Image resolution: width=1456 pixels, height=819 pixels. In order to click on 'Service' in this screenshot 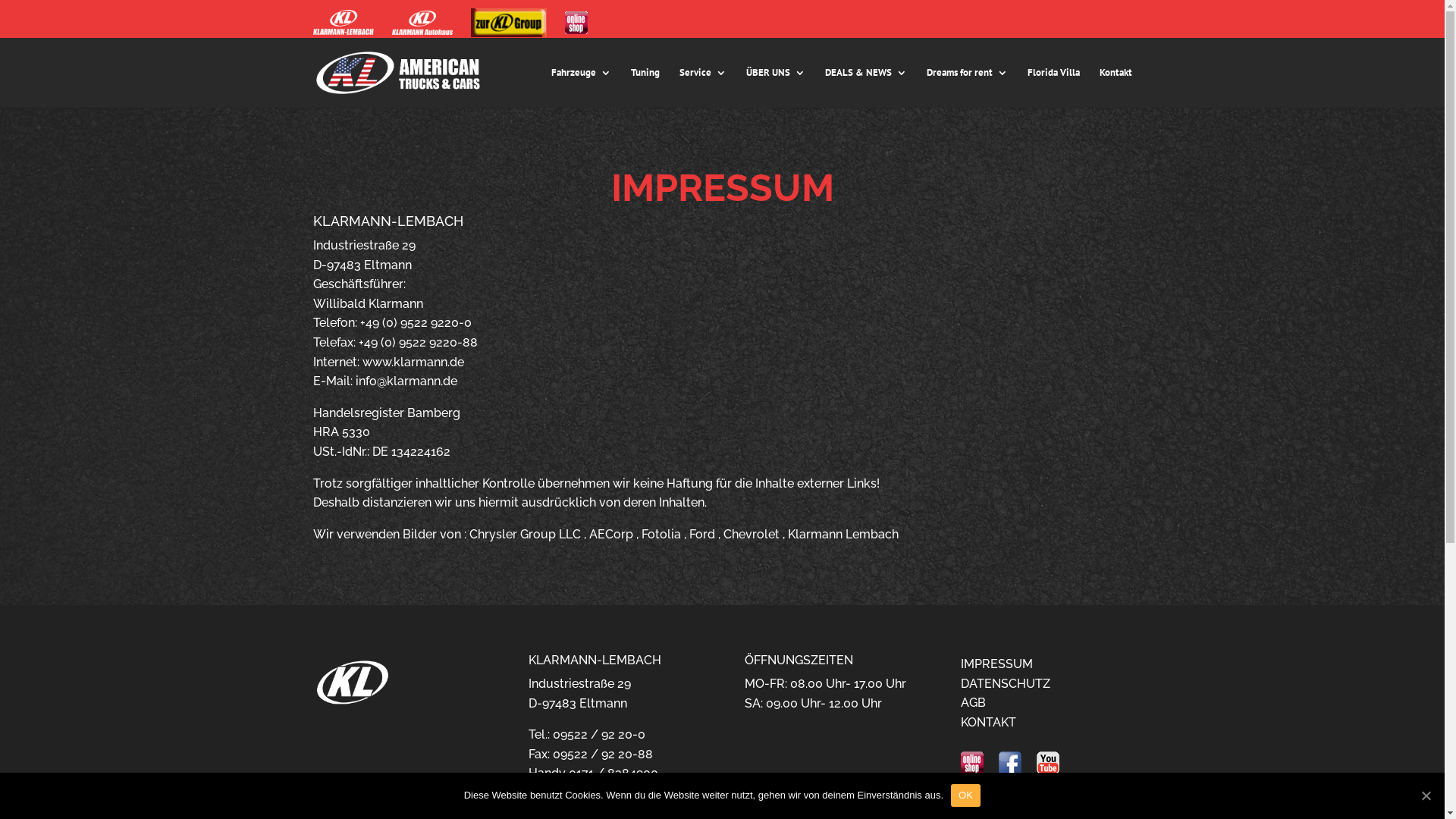, I will do `click(679, 87)`.